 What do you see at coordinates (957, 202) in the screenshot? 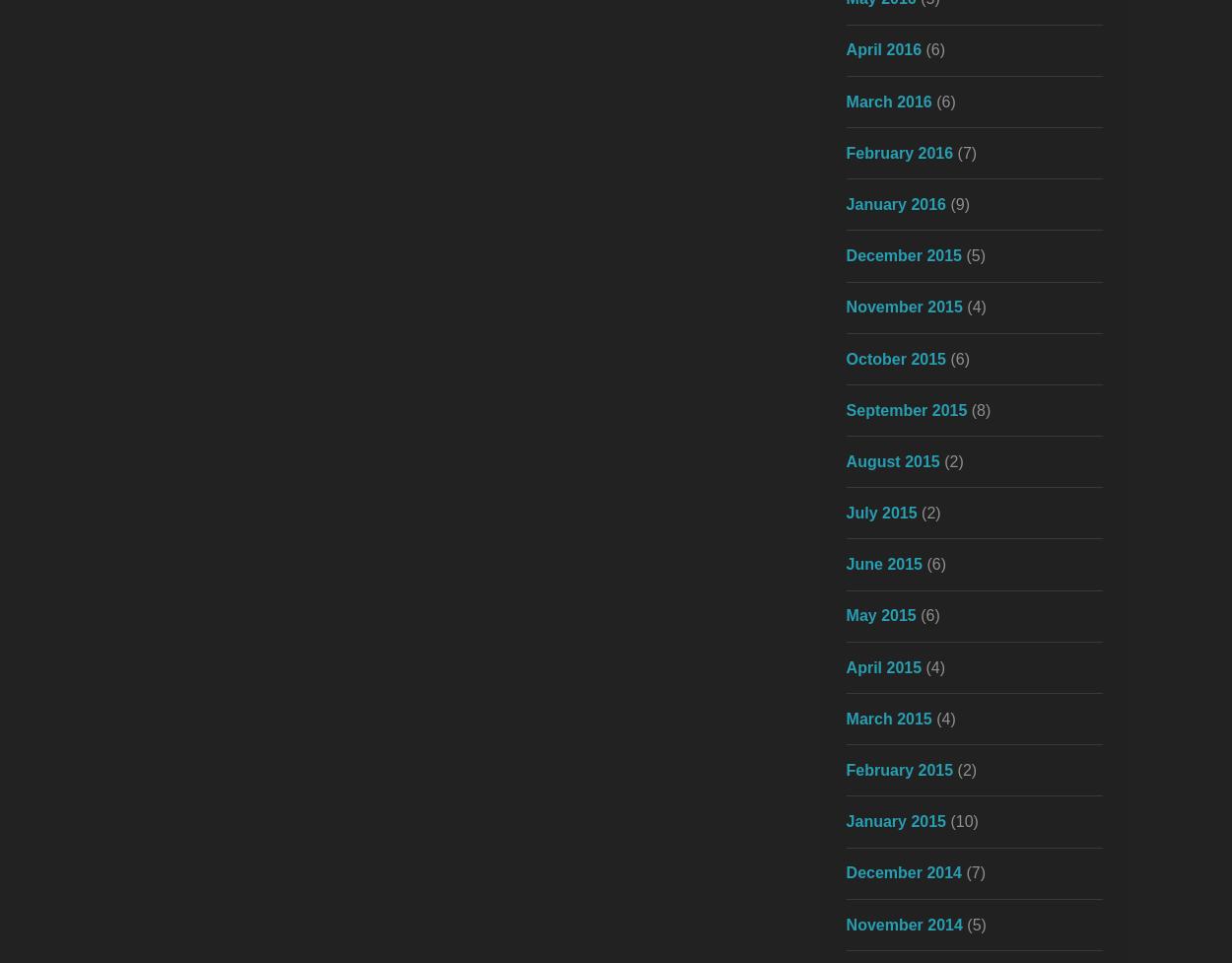
I see `'(9)'` at bounding box center [957, 202].